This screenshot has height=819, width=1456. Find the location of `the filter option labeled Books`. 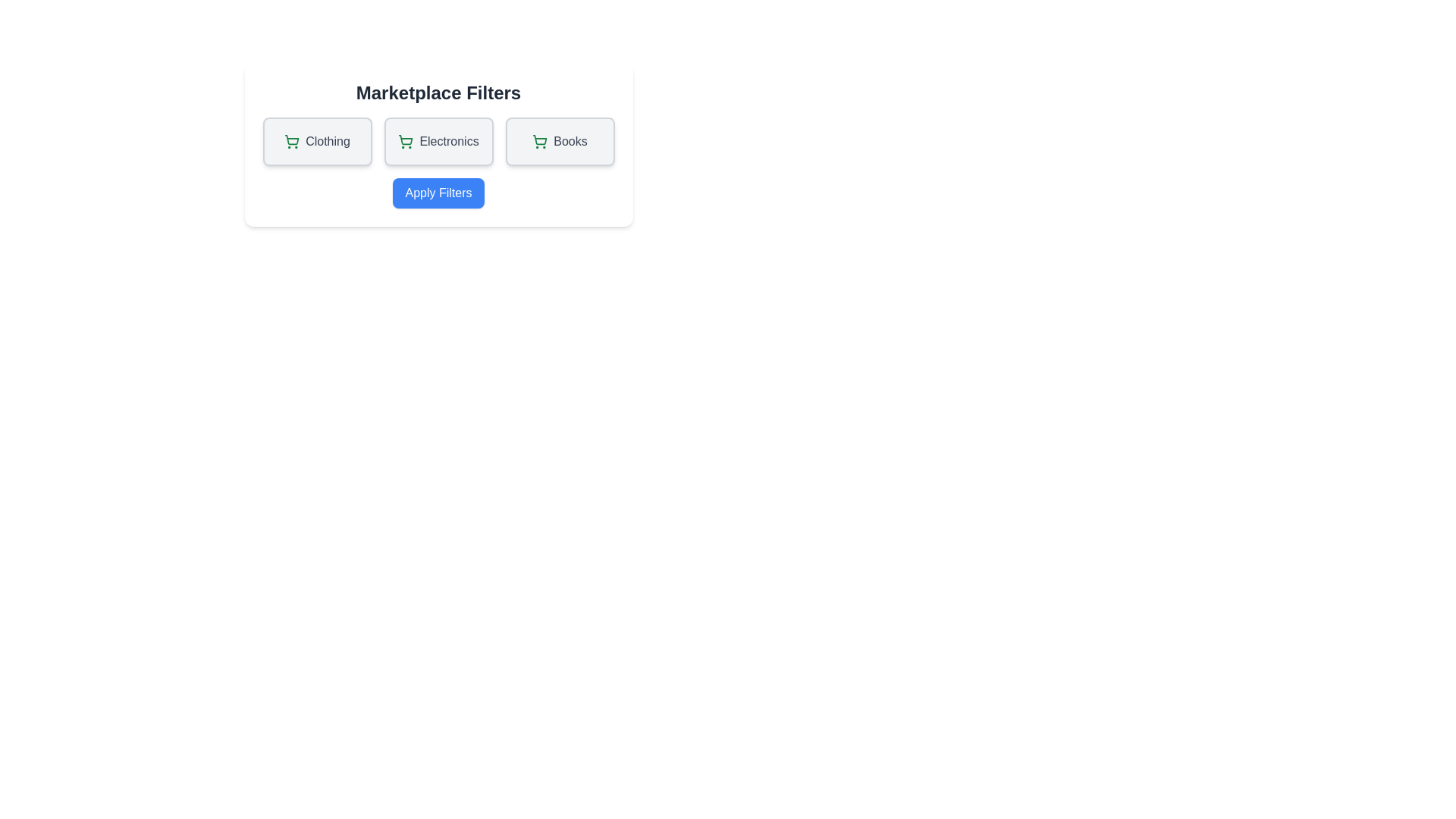

the filter option labeled Books is located at coordinates (559, 141).